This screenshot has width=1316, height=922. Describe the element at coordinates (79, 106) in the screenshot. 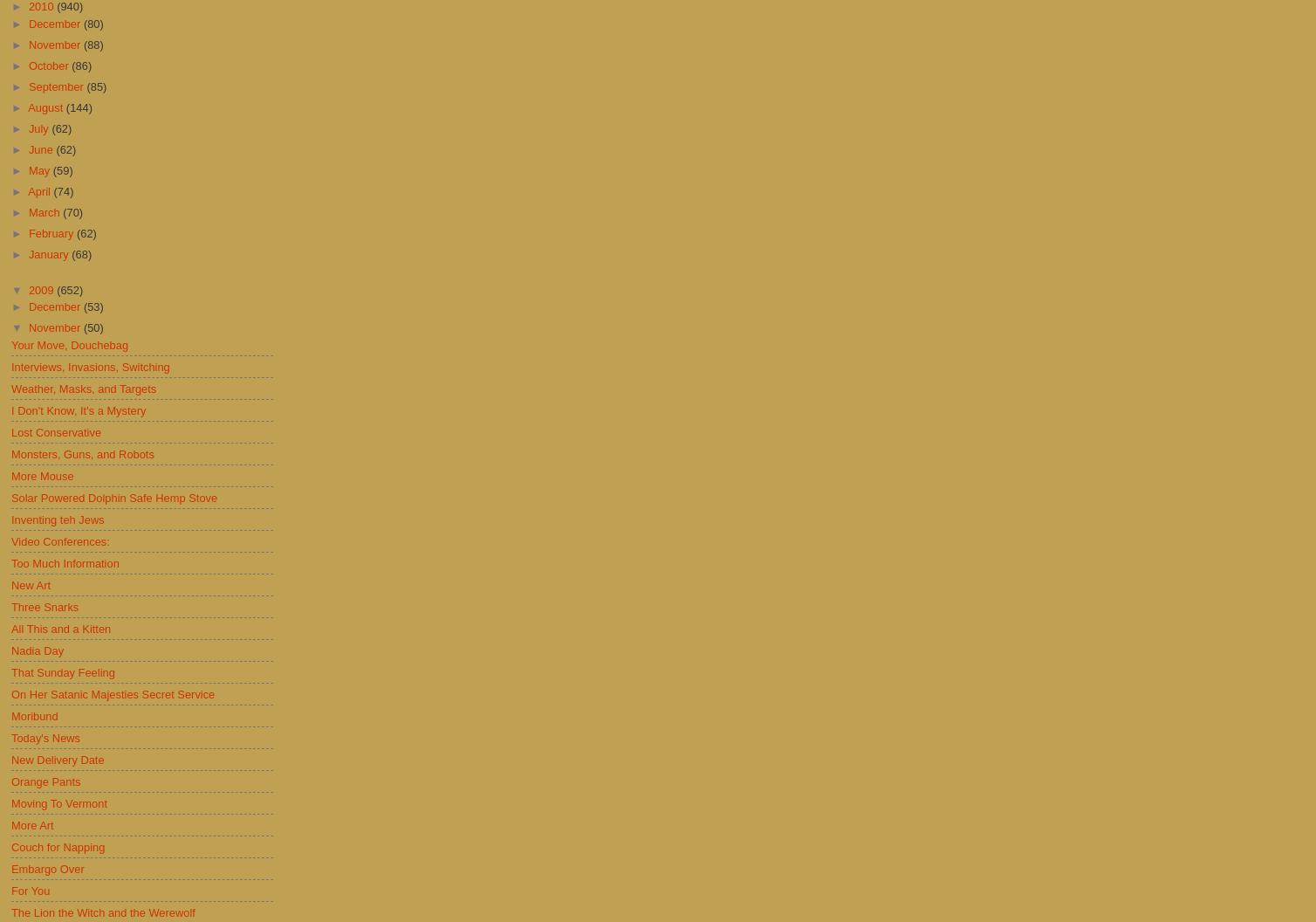

I see `'(144)'` at that location.